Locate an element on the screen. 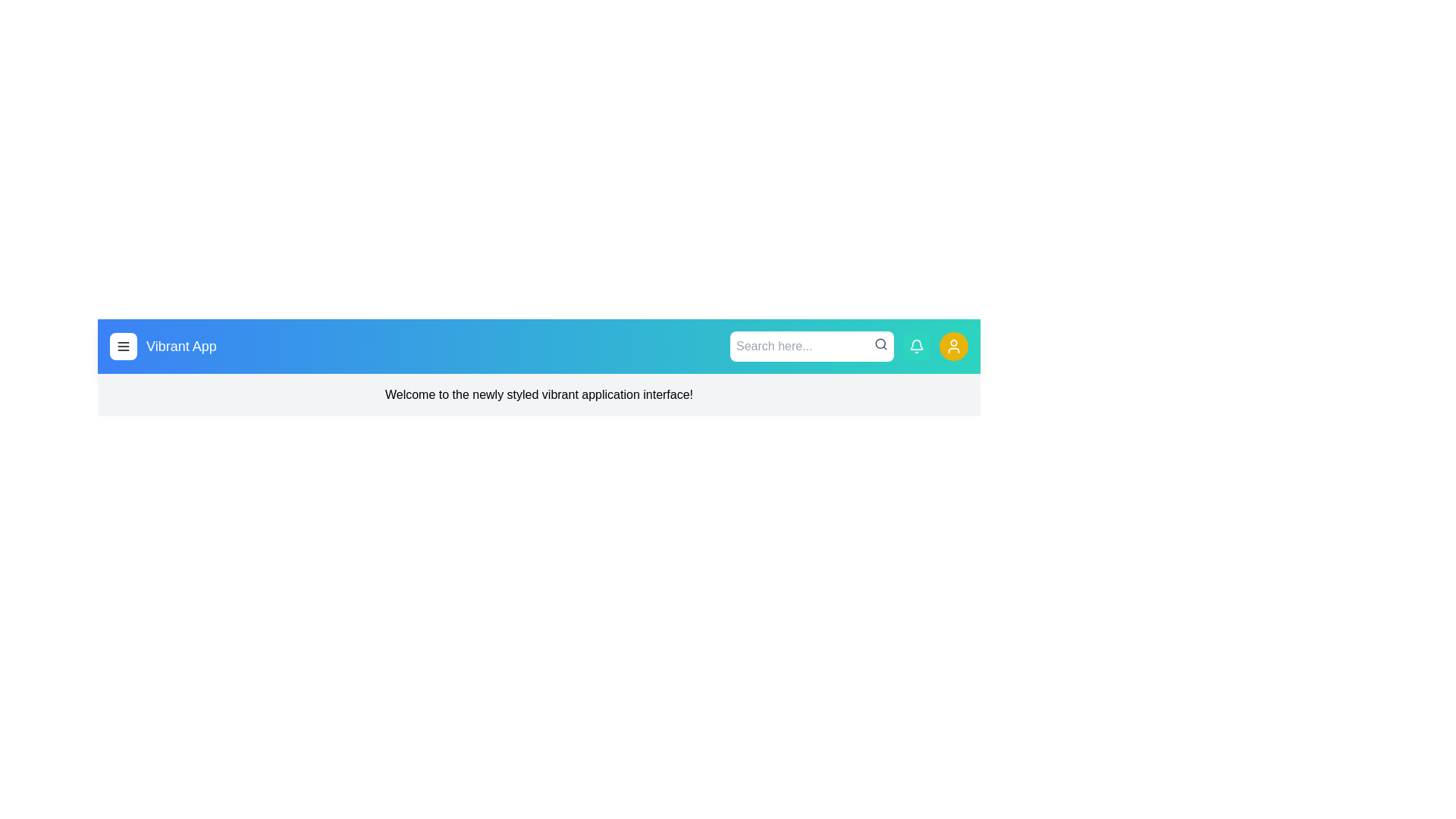 The height and width of the screenshot is (819, 1456). the bell notification button is located at coordinates (916, 346).